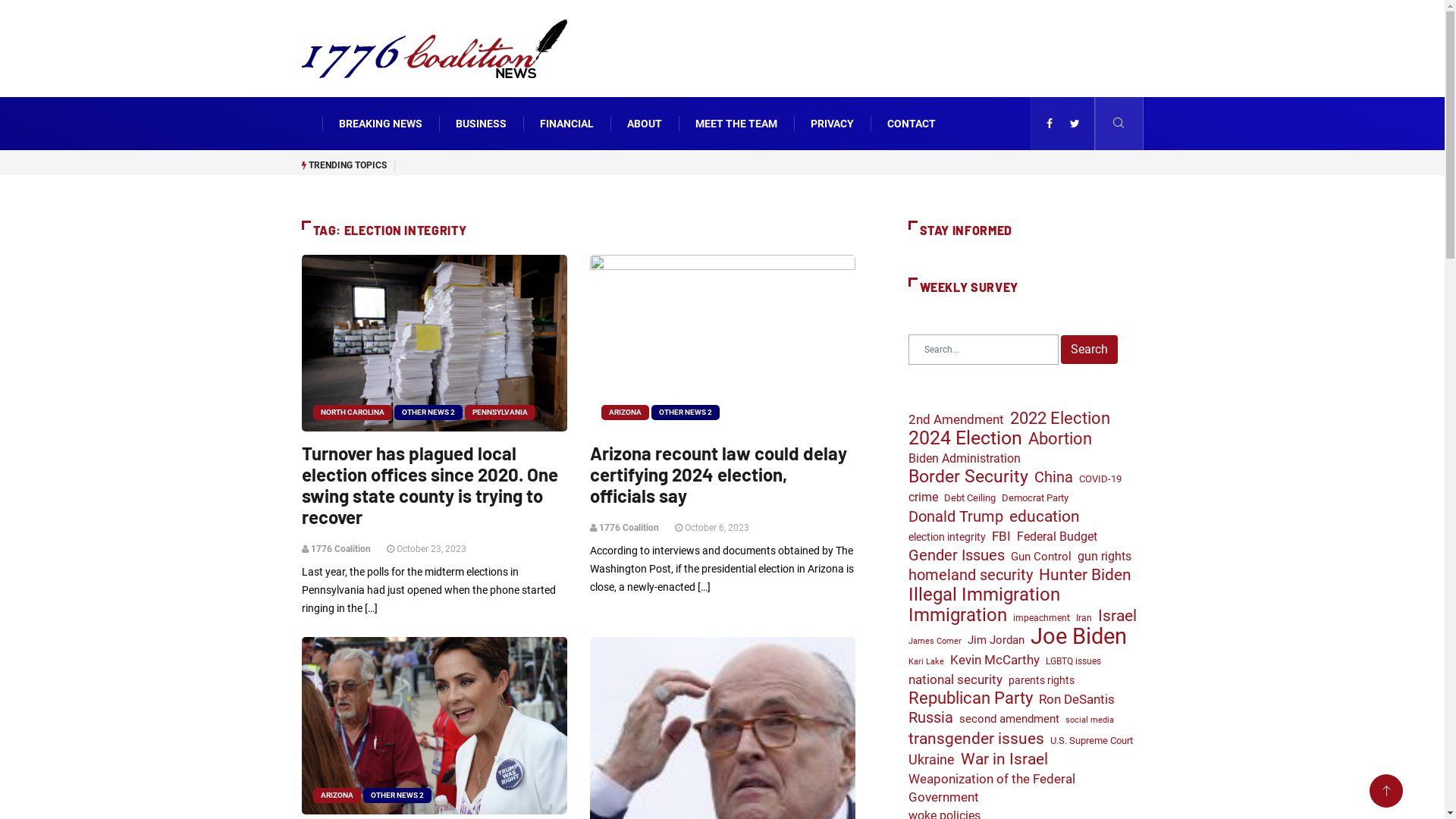 This screenshot has width=1456, height=819. What do you see at coordinates (1117, 616) in the screenshot?
I see `'Israel'` at bounding box center [1117, 616].